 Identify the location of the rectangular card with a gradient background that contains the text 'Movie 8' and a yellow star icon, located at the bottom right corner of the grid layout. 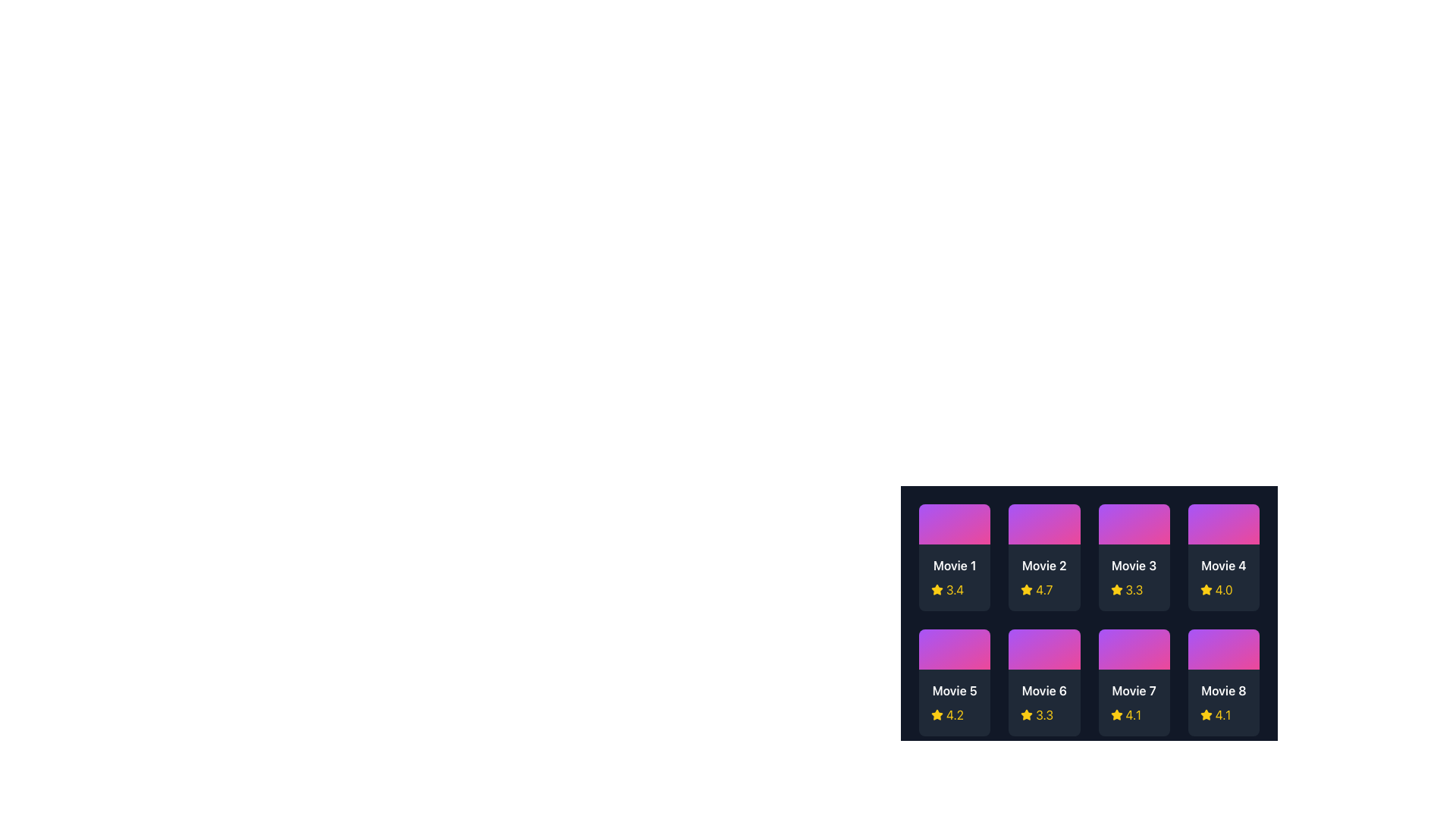
(1223, 682).